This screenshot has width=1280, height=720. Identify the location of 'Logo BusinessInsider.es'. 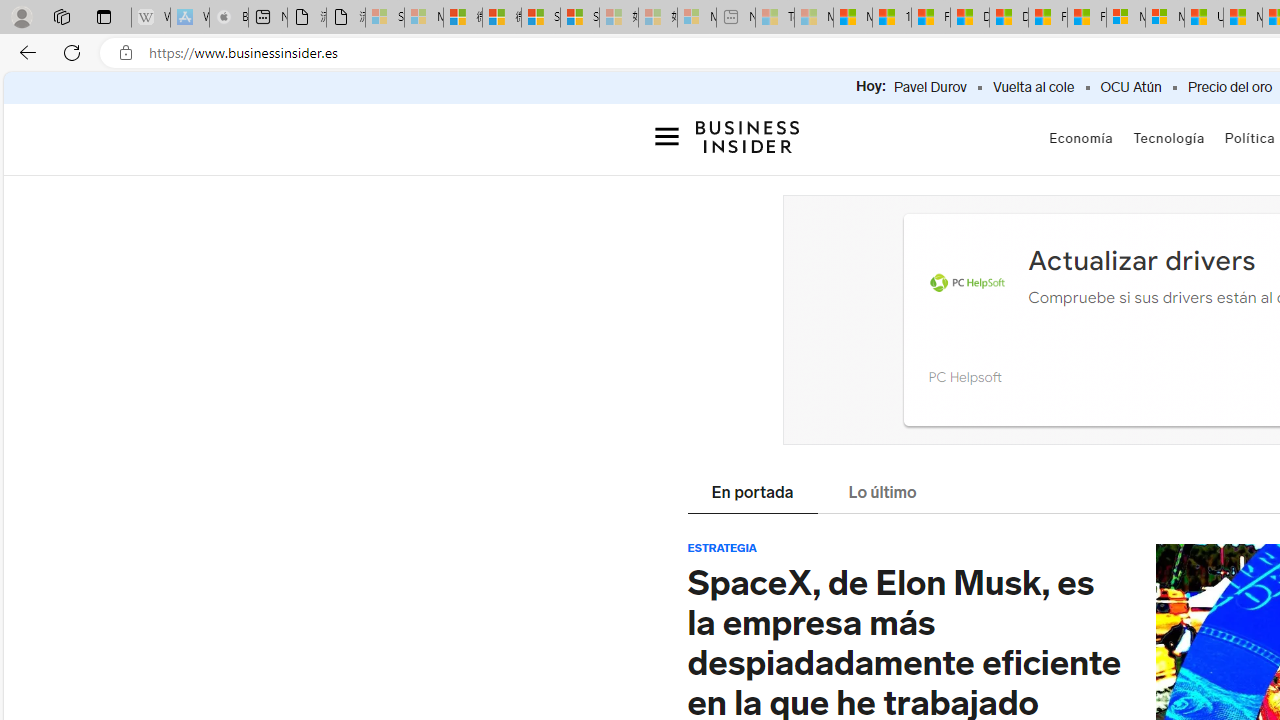
(747, 135).